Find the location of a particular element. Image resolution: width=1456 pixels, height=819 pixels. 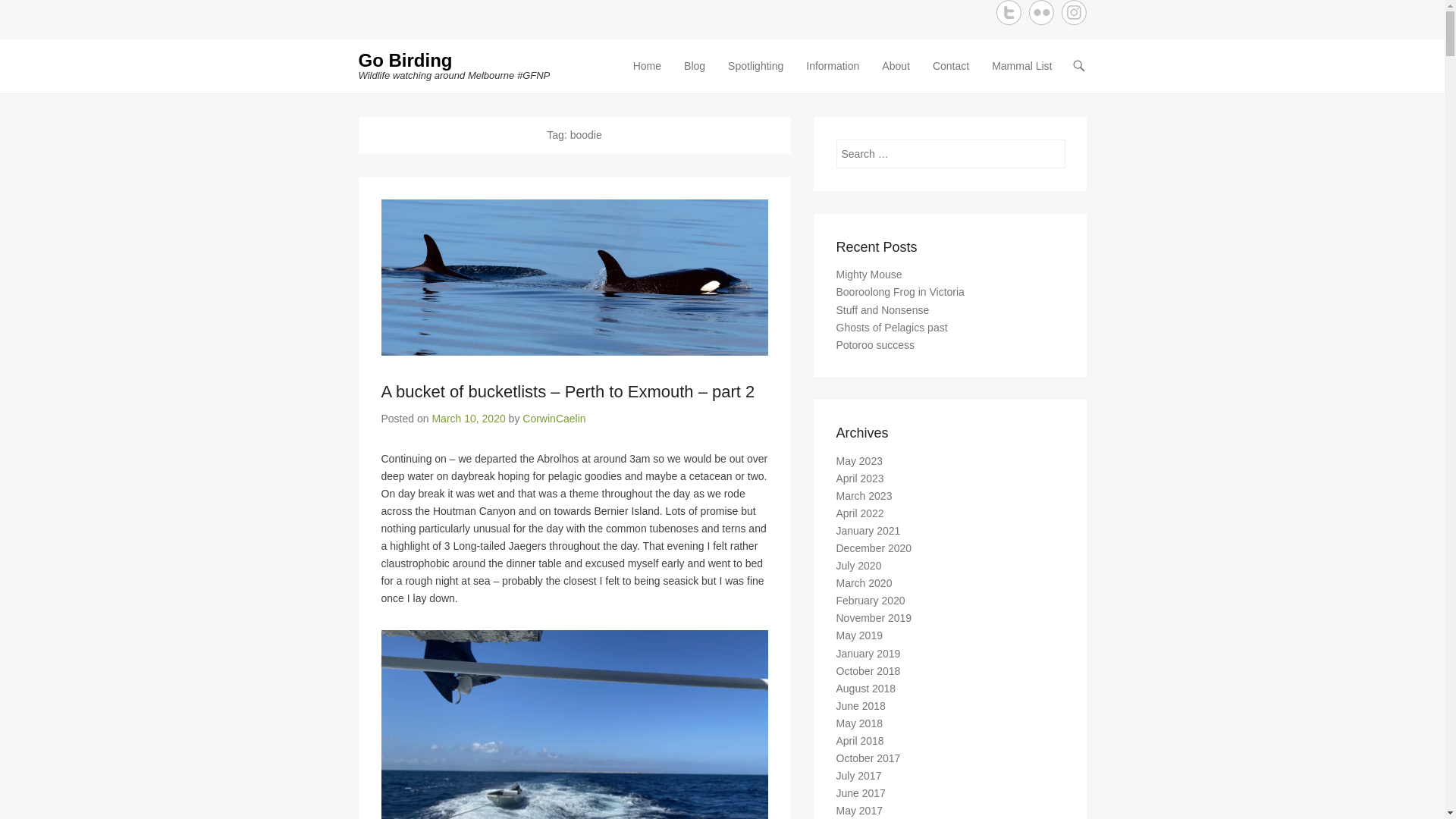

'Flickr' is located at coordinates (1028, 12).